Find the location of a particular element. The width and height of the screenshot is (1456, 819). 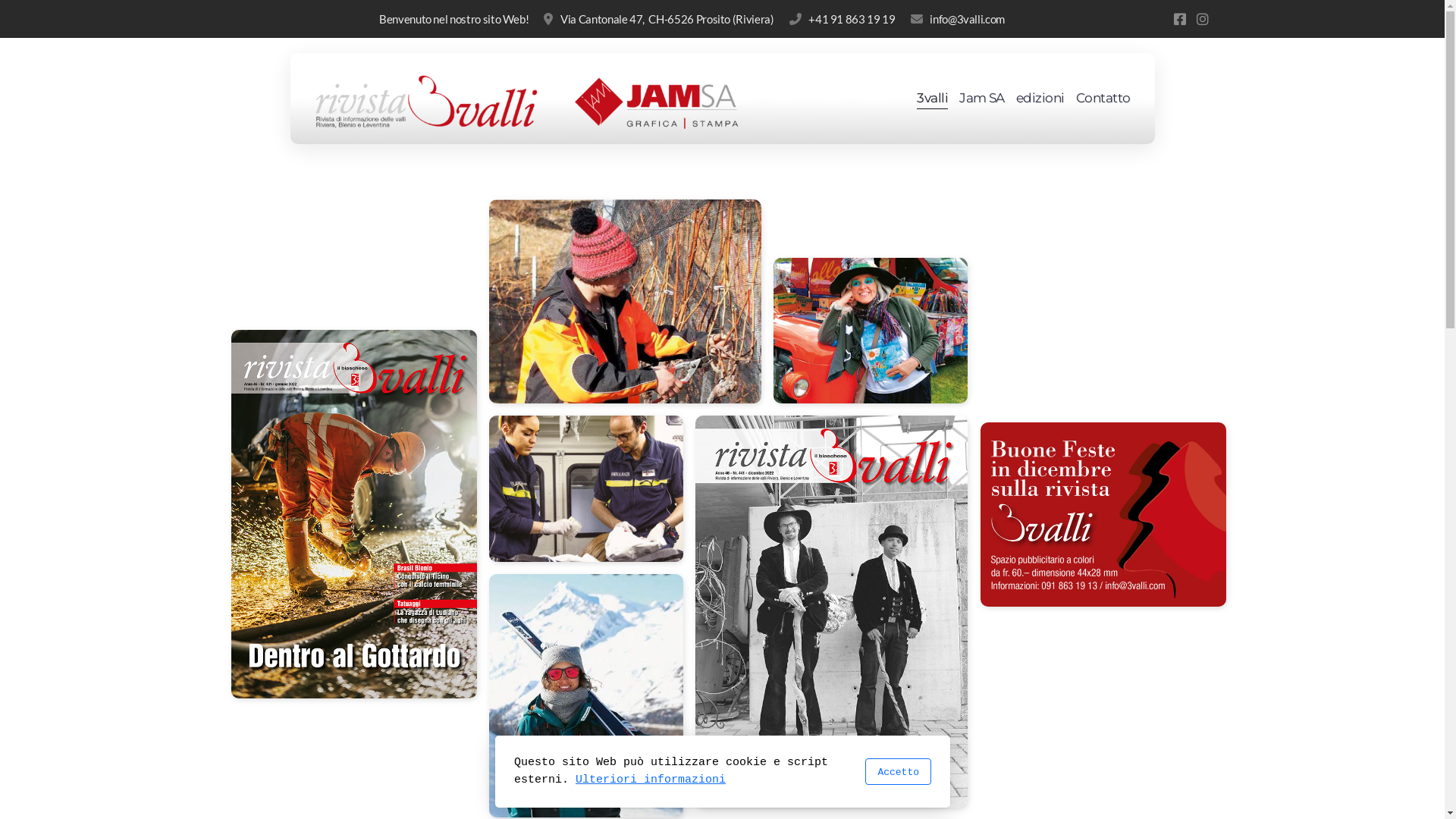

'Accetto' is located at coordinates (898, 771).